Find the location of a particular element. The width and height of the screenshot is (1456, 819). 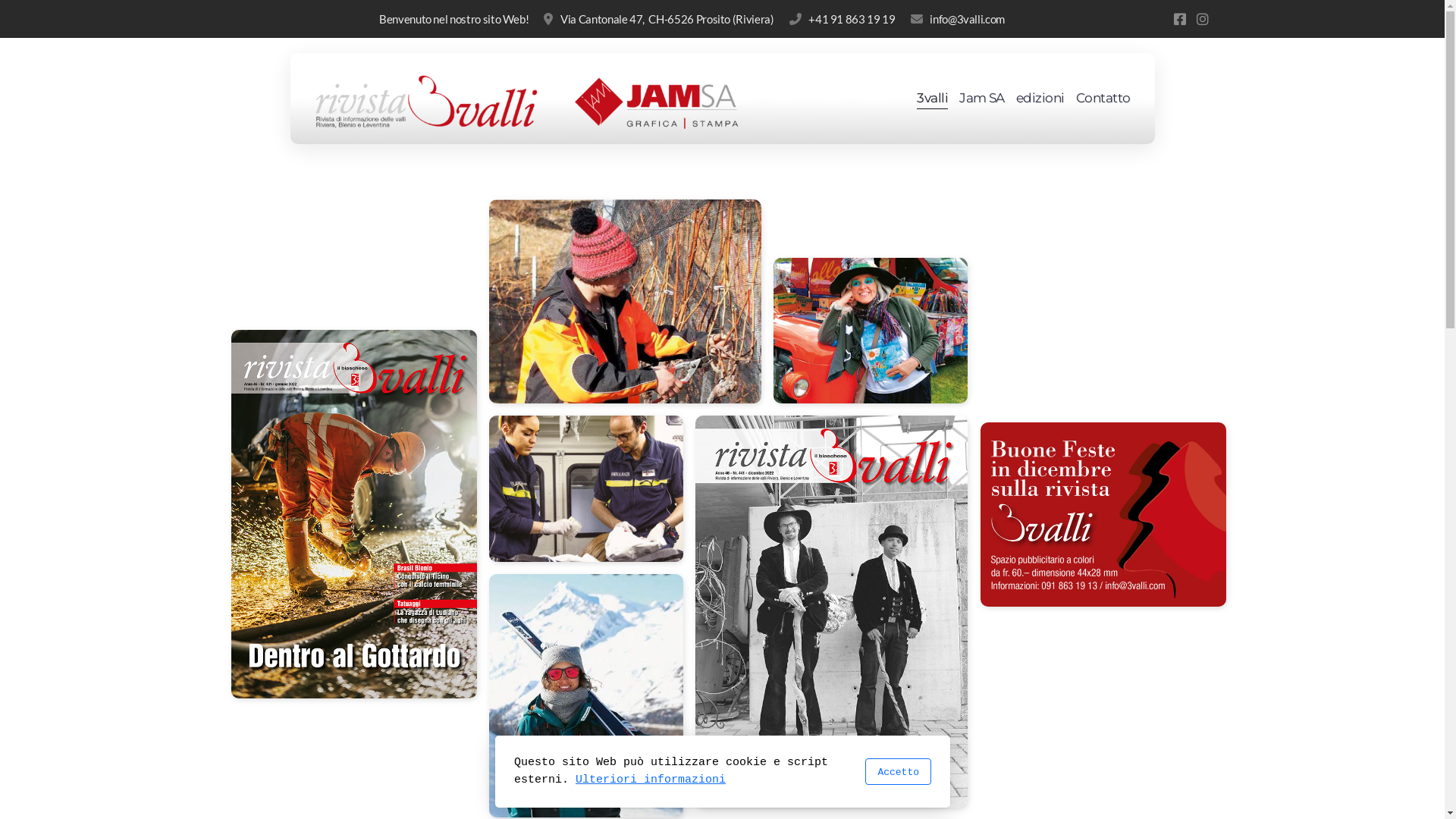

'Accetto' is located at coordinates (898, 771).